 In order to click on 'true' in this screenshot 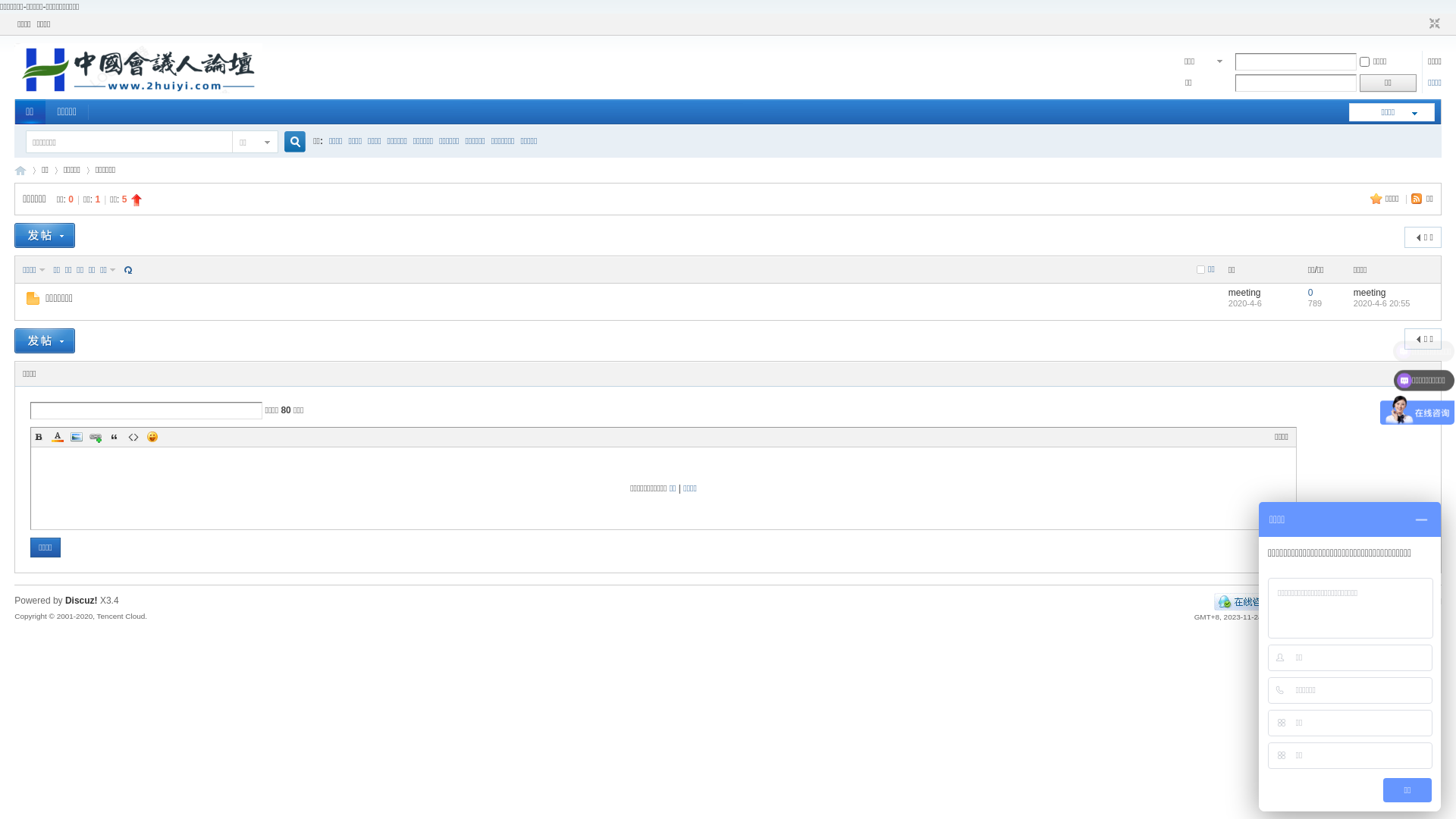, I will do `click(289, 142)`.